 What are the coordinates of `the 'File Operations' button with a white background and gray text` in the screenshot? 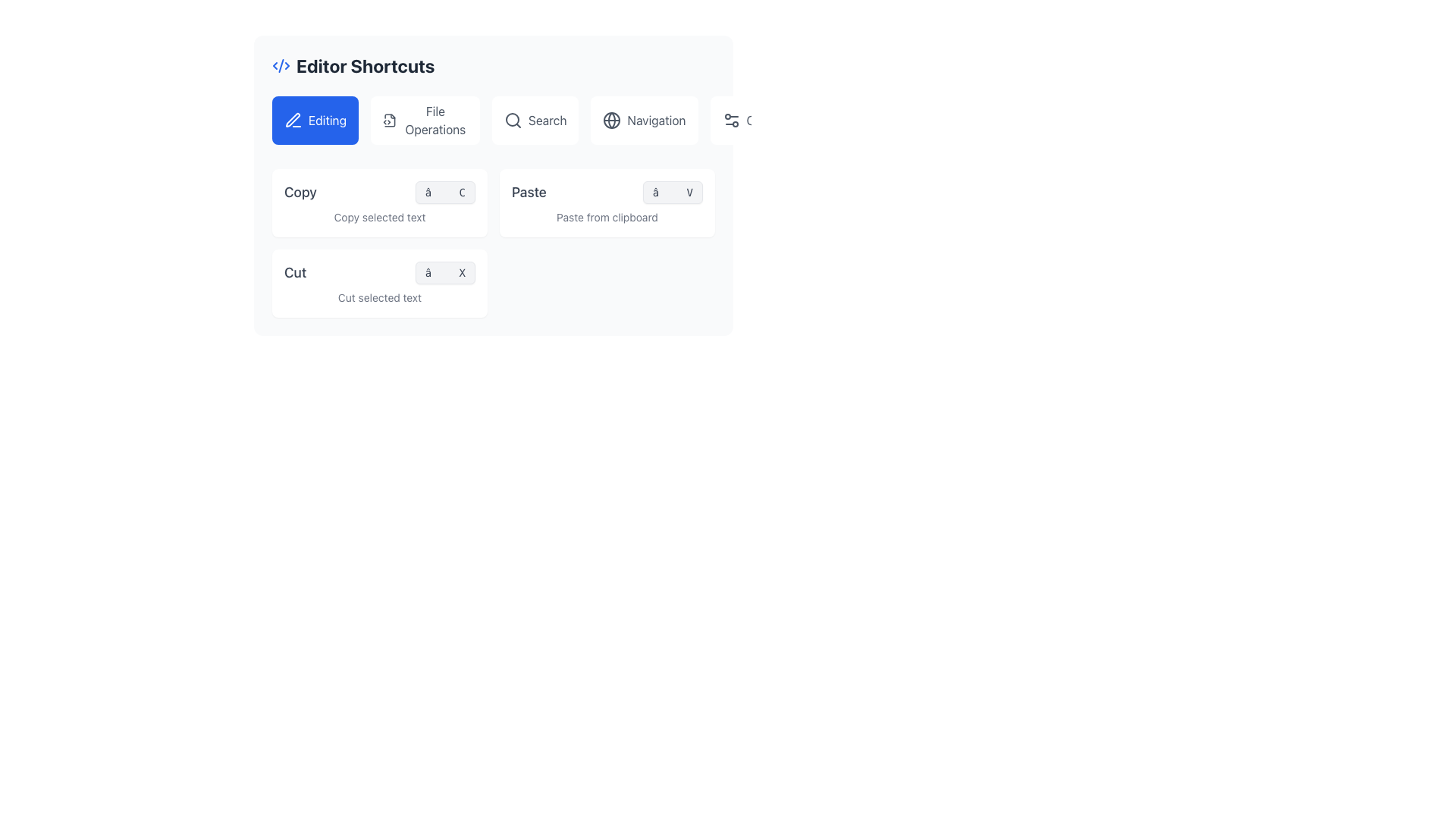 It's located at (425, 119).